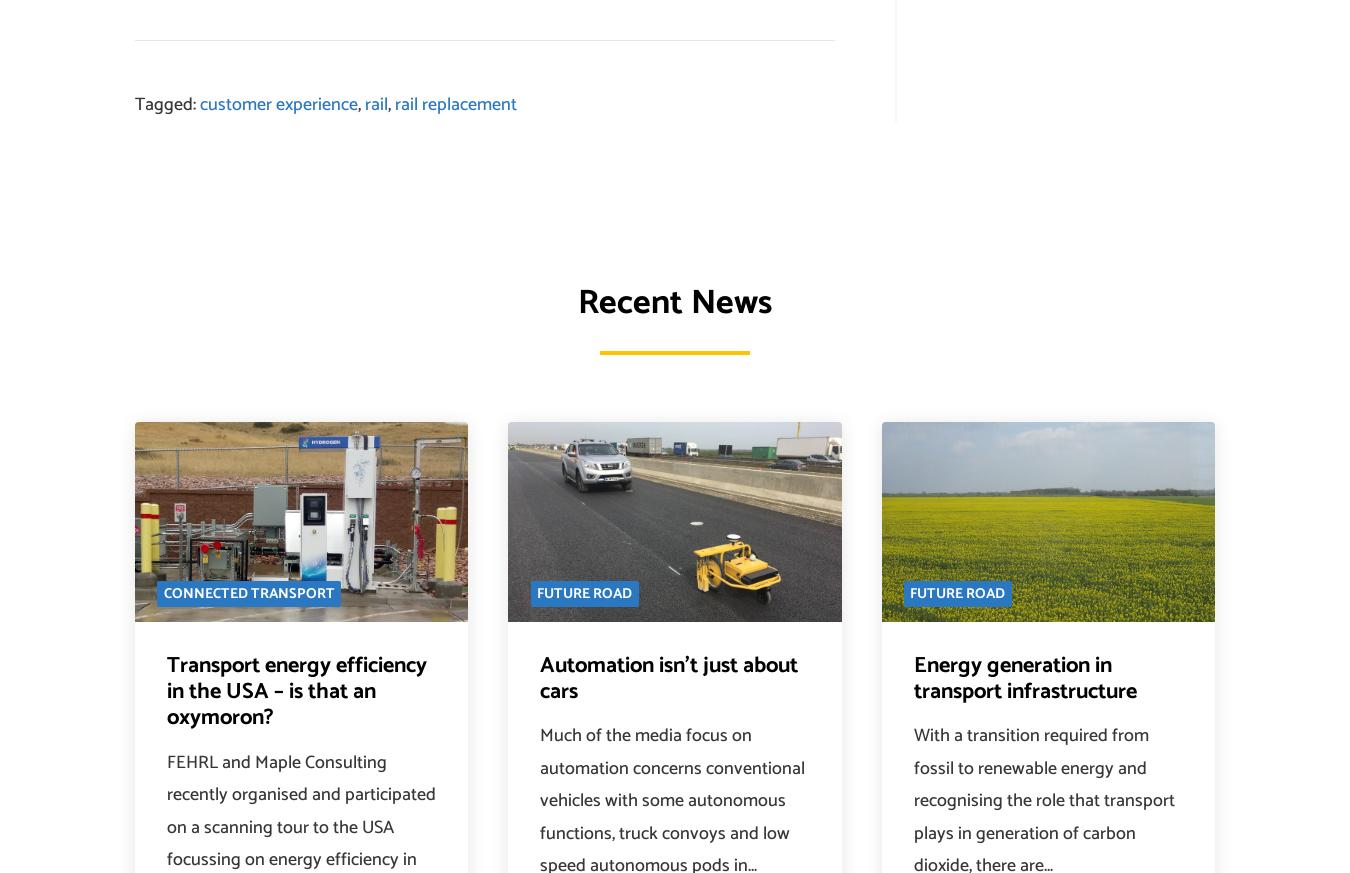 The width and height of the screenshot is (1350, 873). Describe the element at coordinates (669, 678) in the screenshot. I see `'Automation isn’t just about cars'` at that location.